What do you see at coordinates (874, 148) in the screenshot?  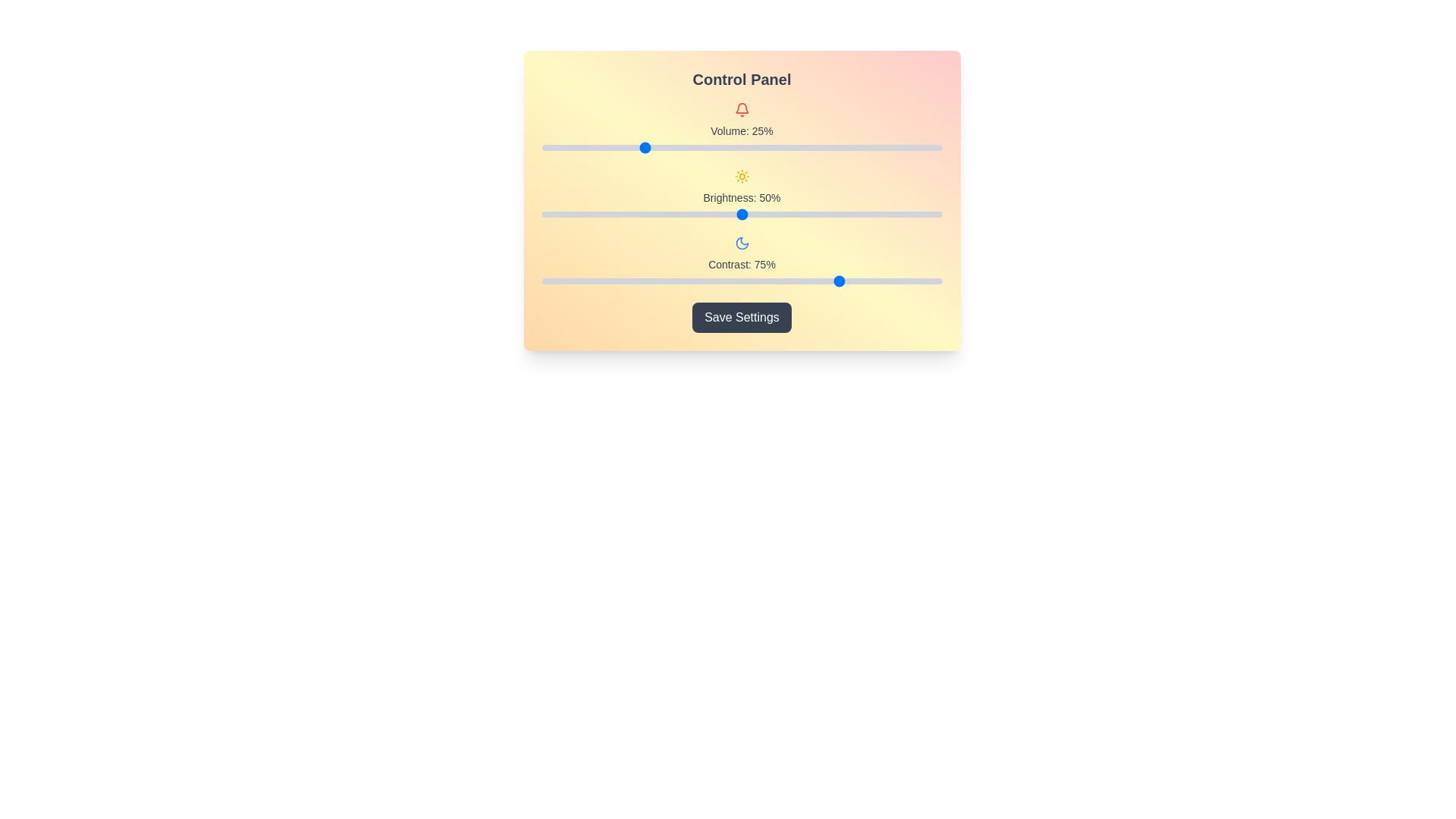 I see `the volume` at bounding box center [874, 148].